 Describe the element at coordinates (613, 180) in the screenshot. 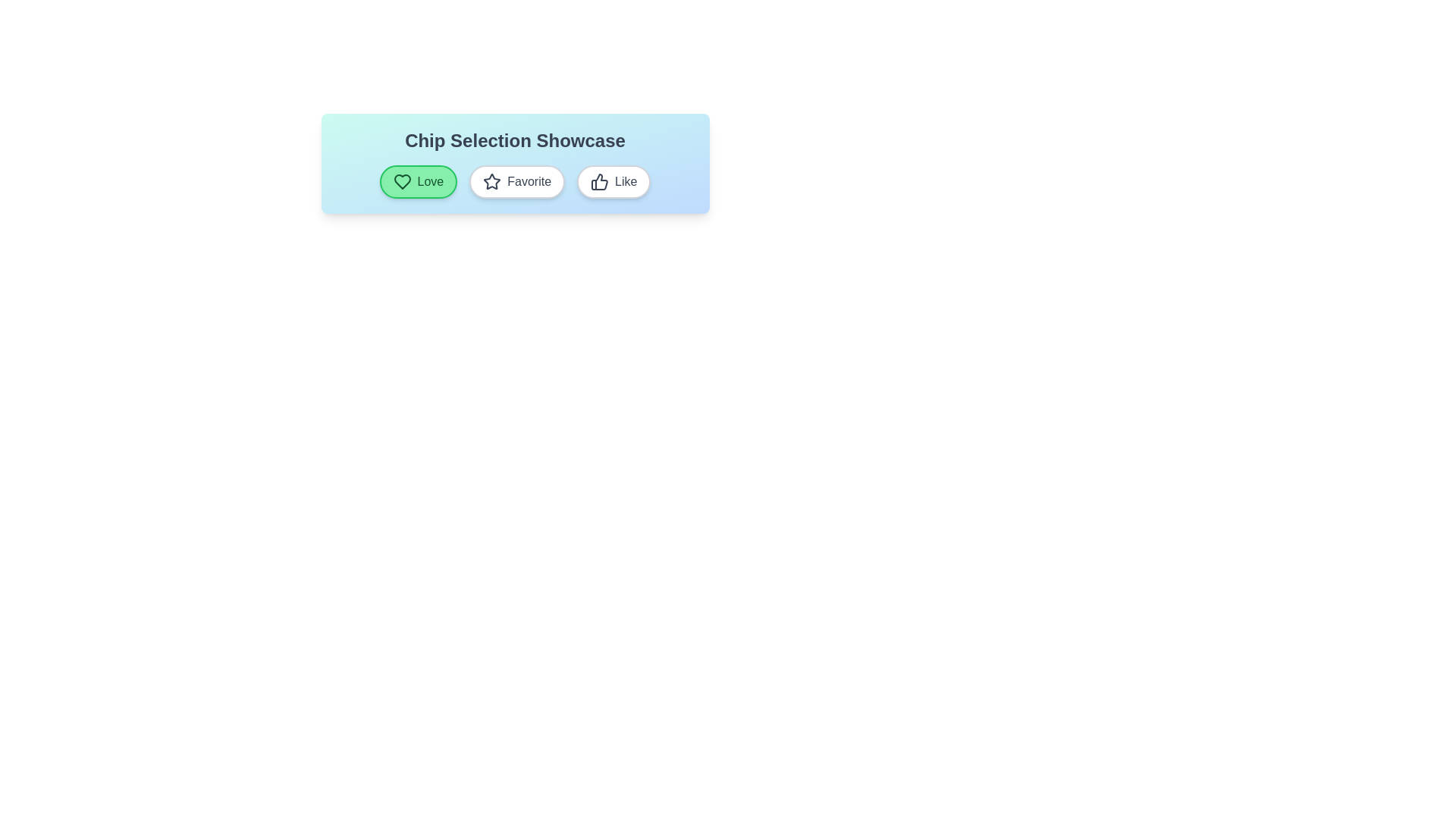

I see `the chip labeled Like to observe its visual feedback` at that location.